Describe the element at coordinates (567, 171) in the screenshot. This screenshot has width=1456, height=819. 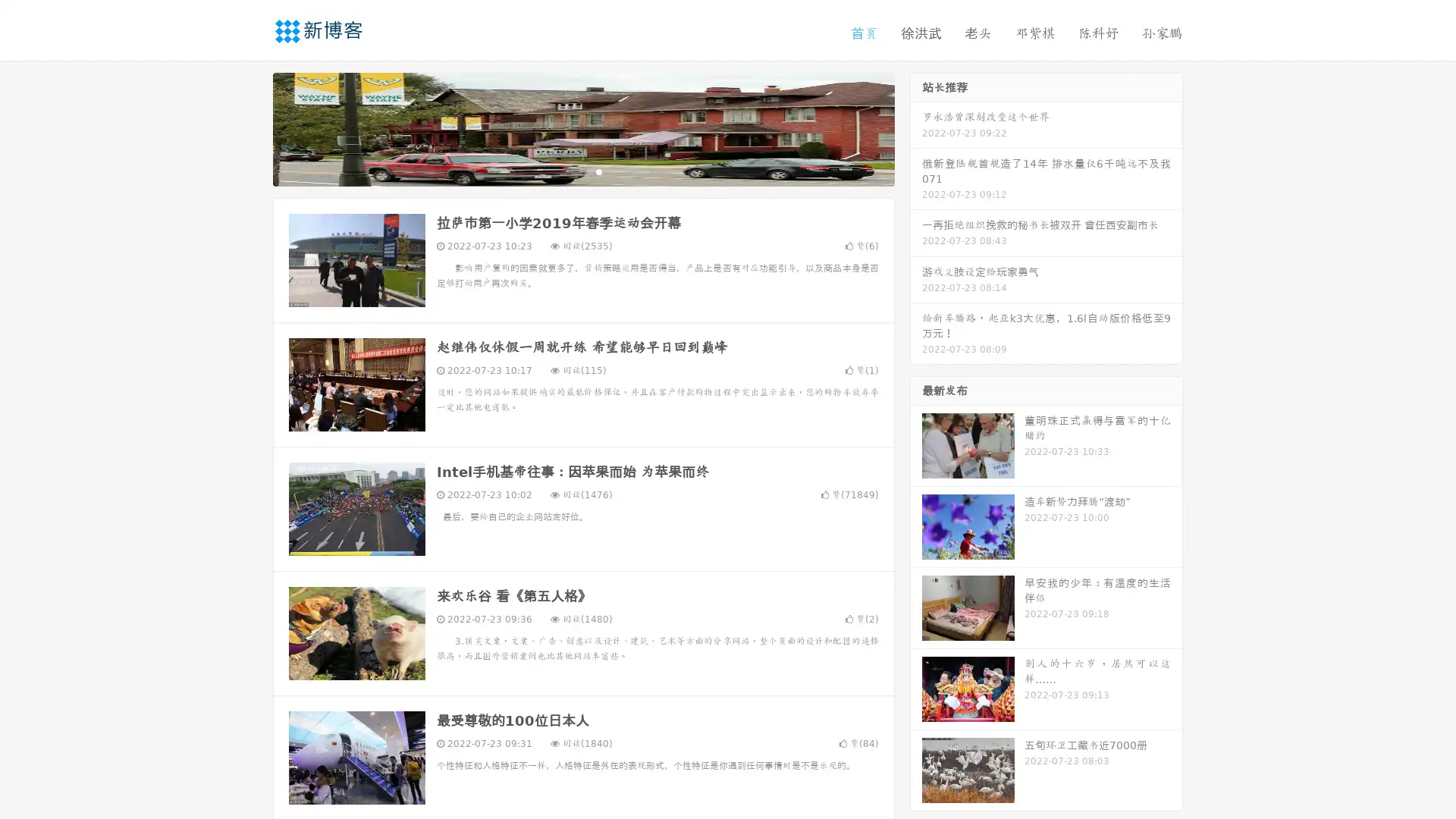
I see `Go to slide 1` at that location.